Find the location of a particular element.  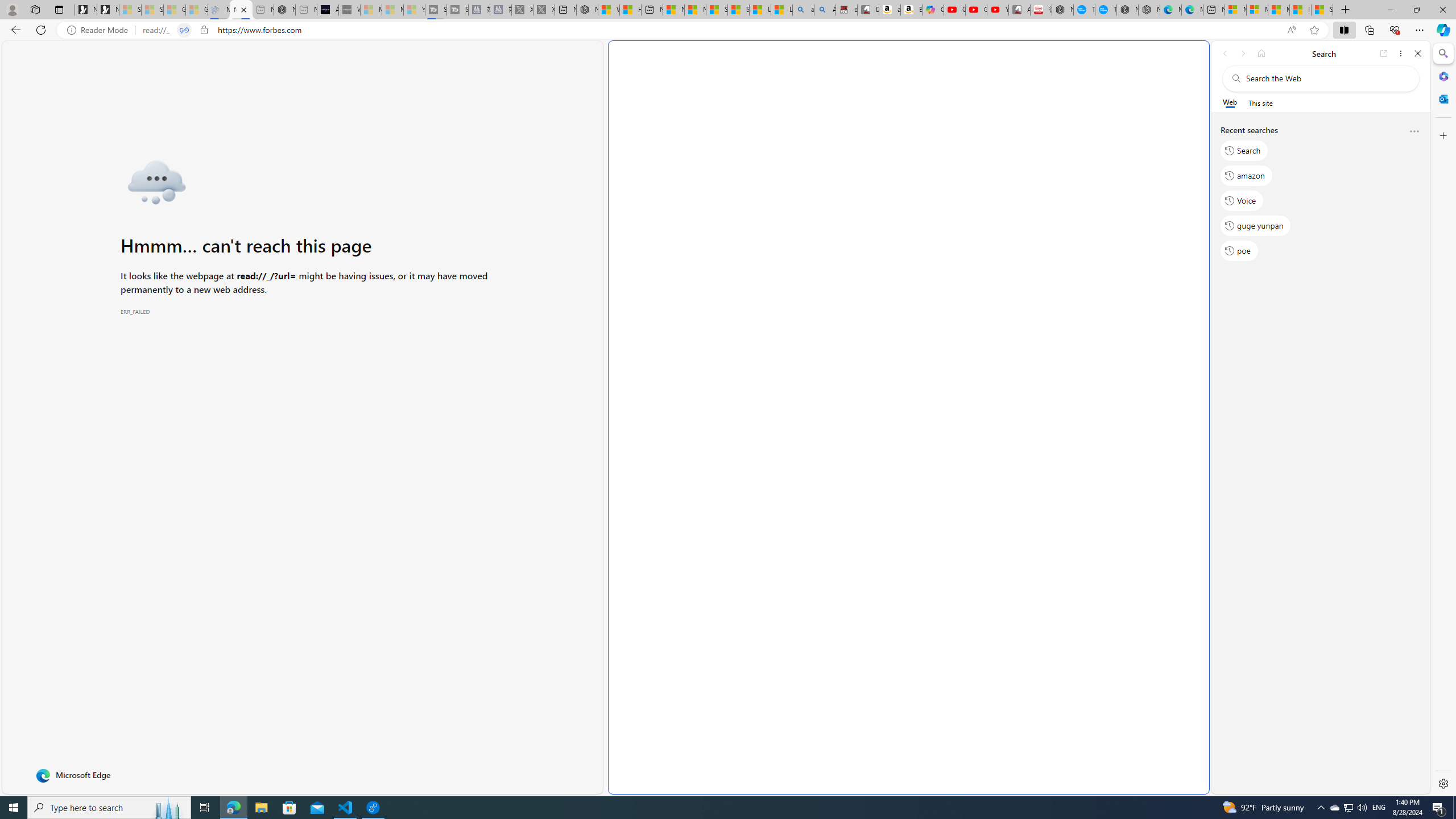

'Gloom - YouTube' is located at coordinates (976, 9).